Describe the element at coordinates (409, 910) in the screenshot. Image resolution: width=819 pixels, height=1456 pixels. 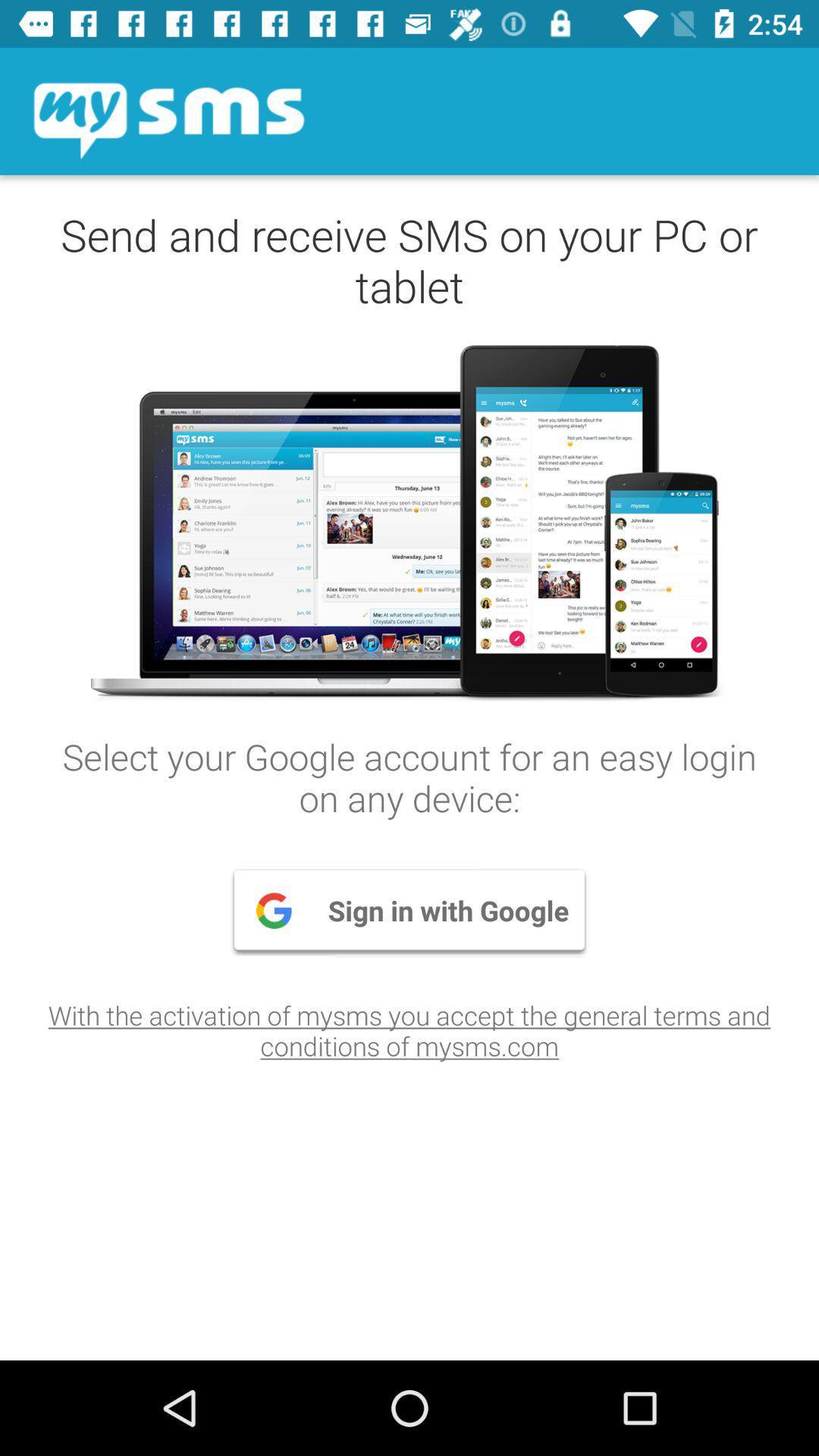
I see `icon below the select your google item` at that location.